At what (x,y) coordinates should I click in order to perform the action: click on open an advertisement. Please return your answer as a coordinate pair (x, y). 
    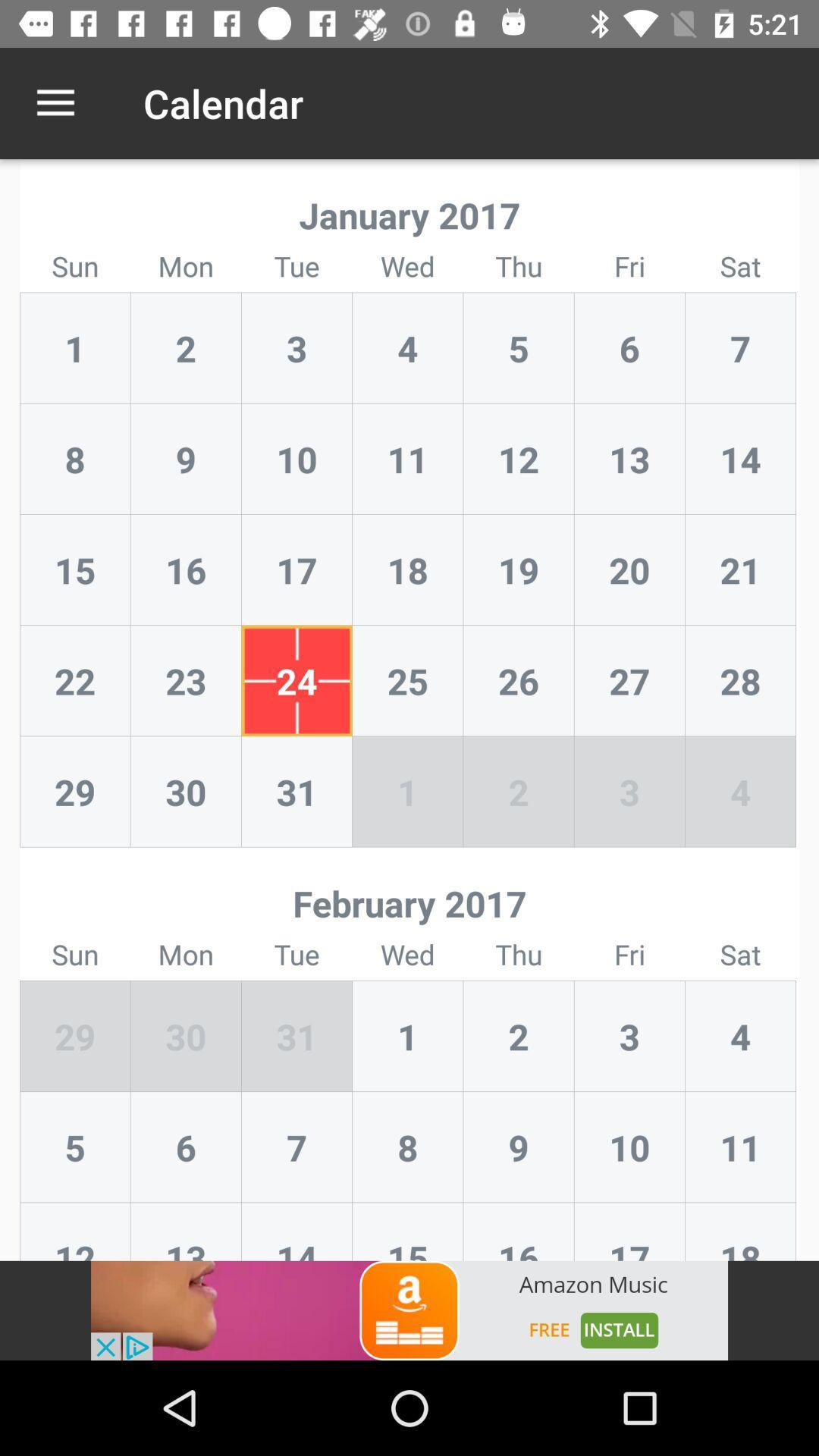
    Looking at the image, I should click on (409, 1310).